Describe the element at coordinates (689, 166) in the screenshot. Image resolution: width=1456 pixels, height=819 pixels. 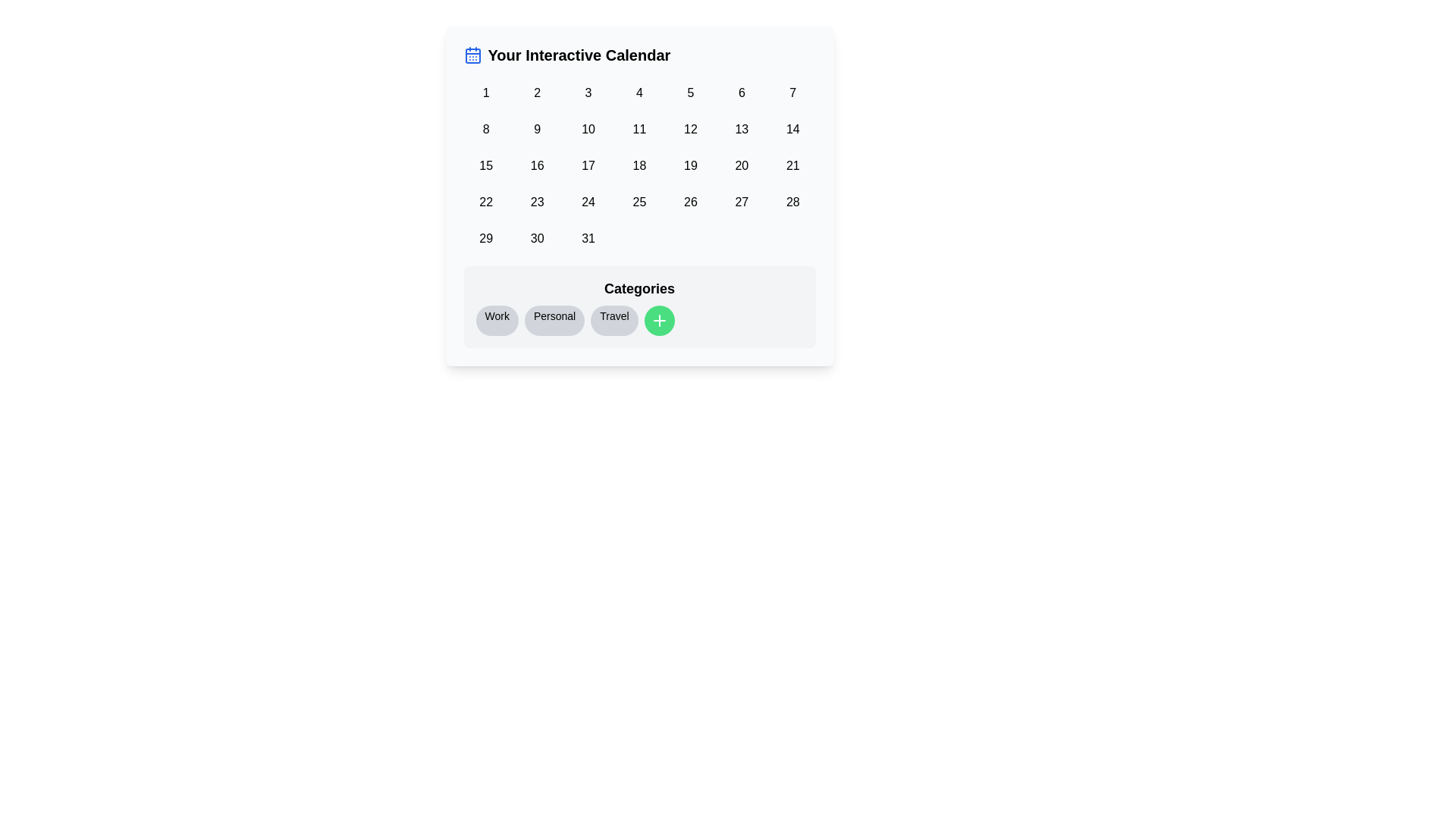
I see `the button` at that location.